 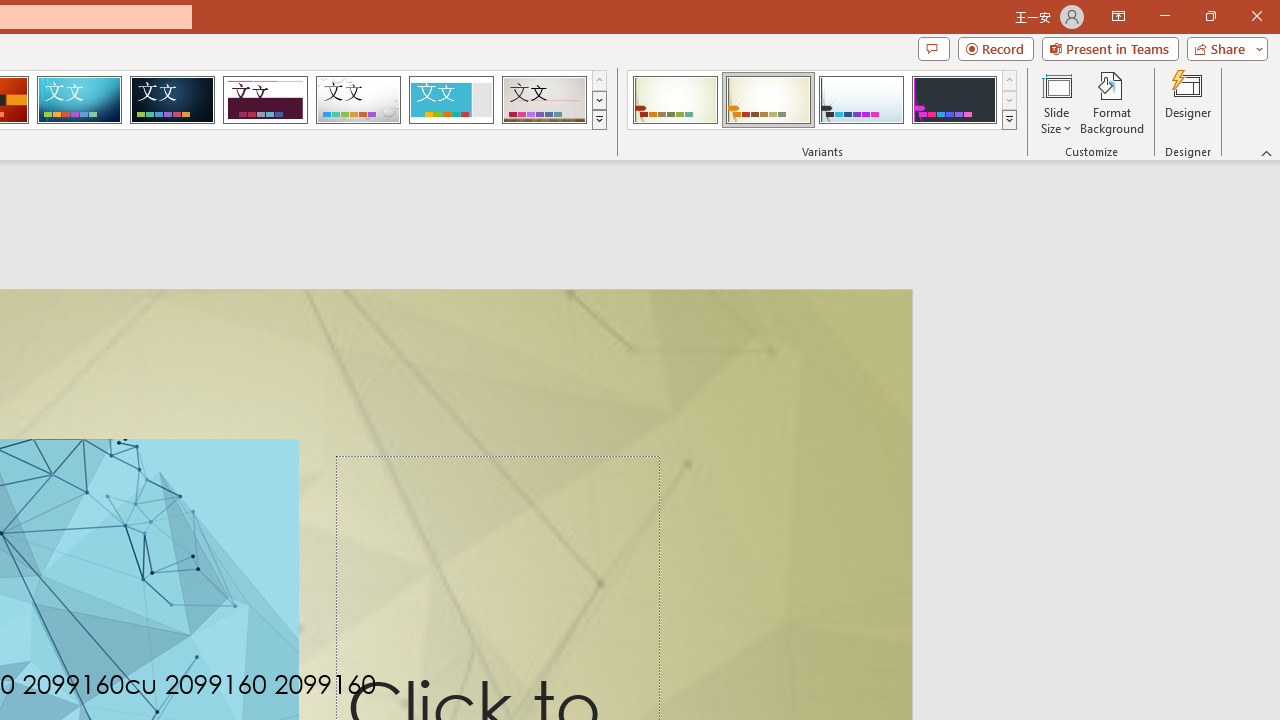 I want to click on 'Droplet Loading Preview...', so click(x=358, y=100).